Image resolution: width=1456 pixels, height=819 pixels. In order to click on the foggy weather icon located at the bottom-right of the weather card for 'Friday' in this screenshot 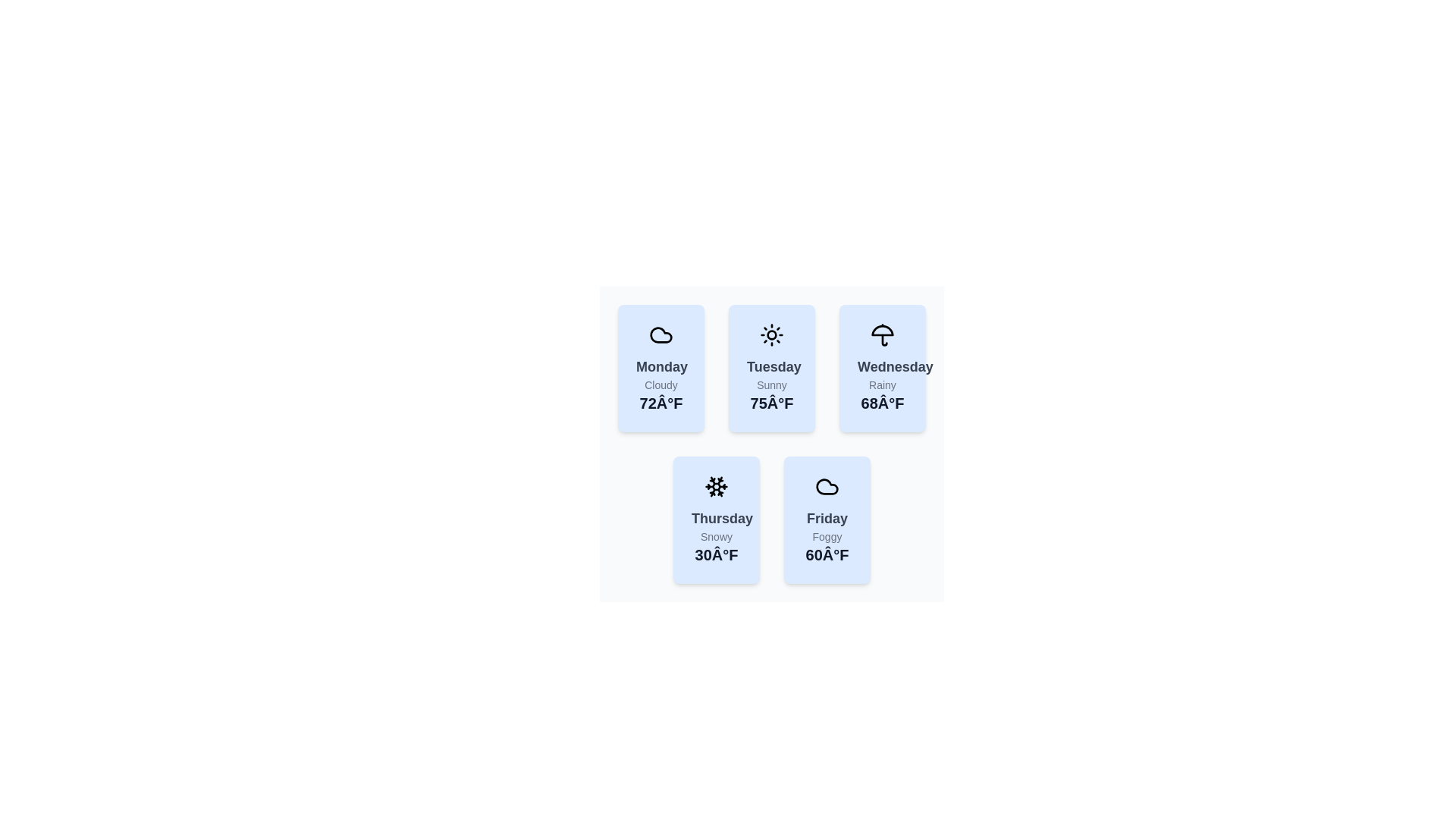, I will do `click(826, 486)`.